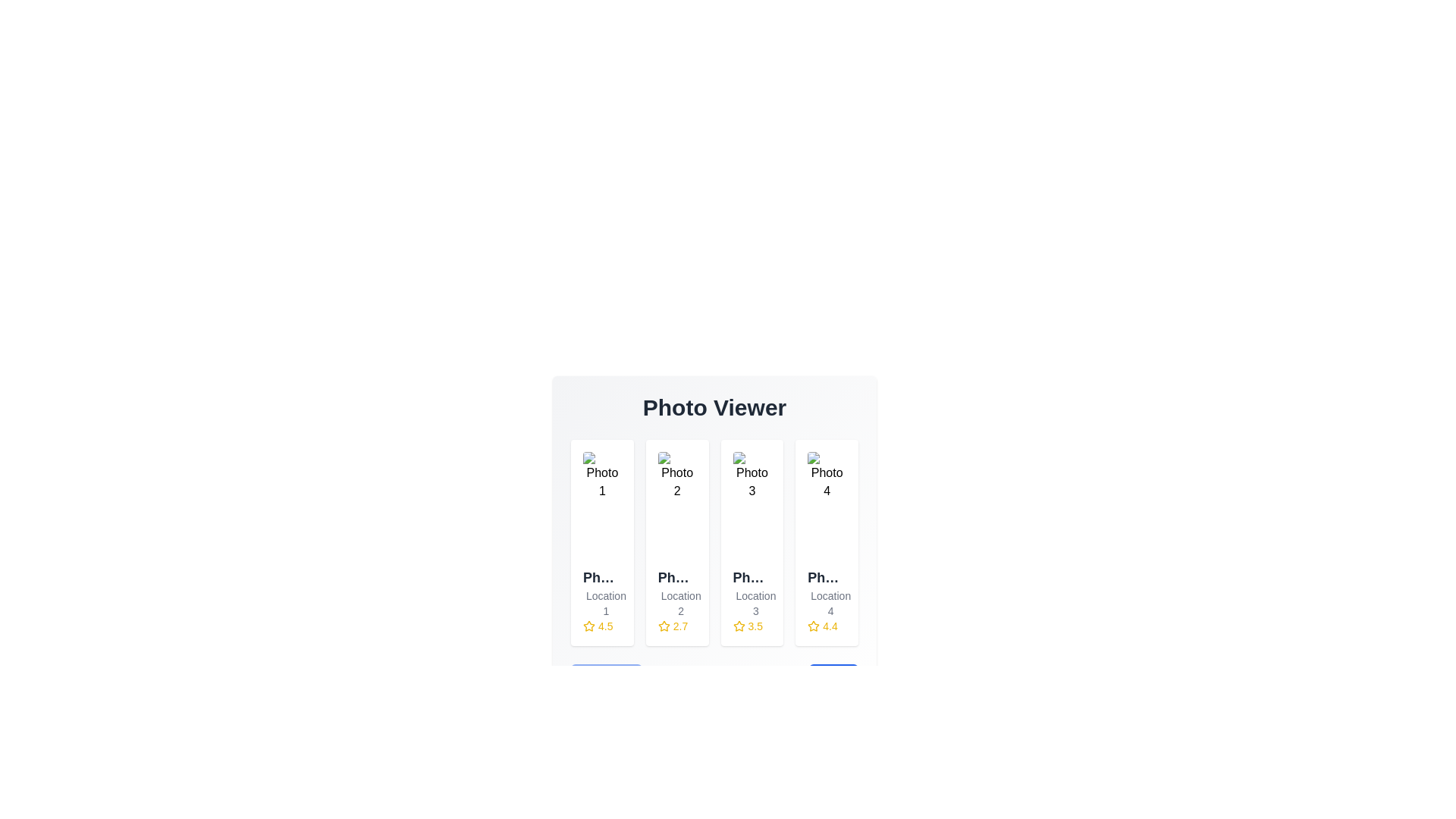 This screenshot has height=819, width=1456. What do you see at coordinates (752, 578) in the screenshot?
I see `the content of the text label displaying 'Photo 3', which is styled in bold and medium-sized font within a card structure in the Photo Viewer section` at bounding box center [752, 578].